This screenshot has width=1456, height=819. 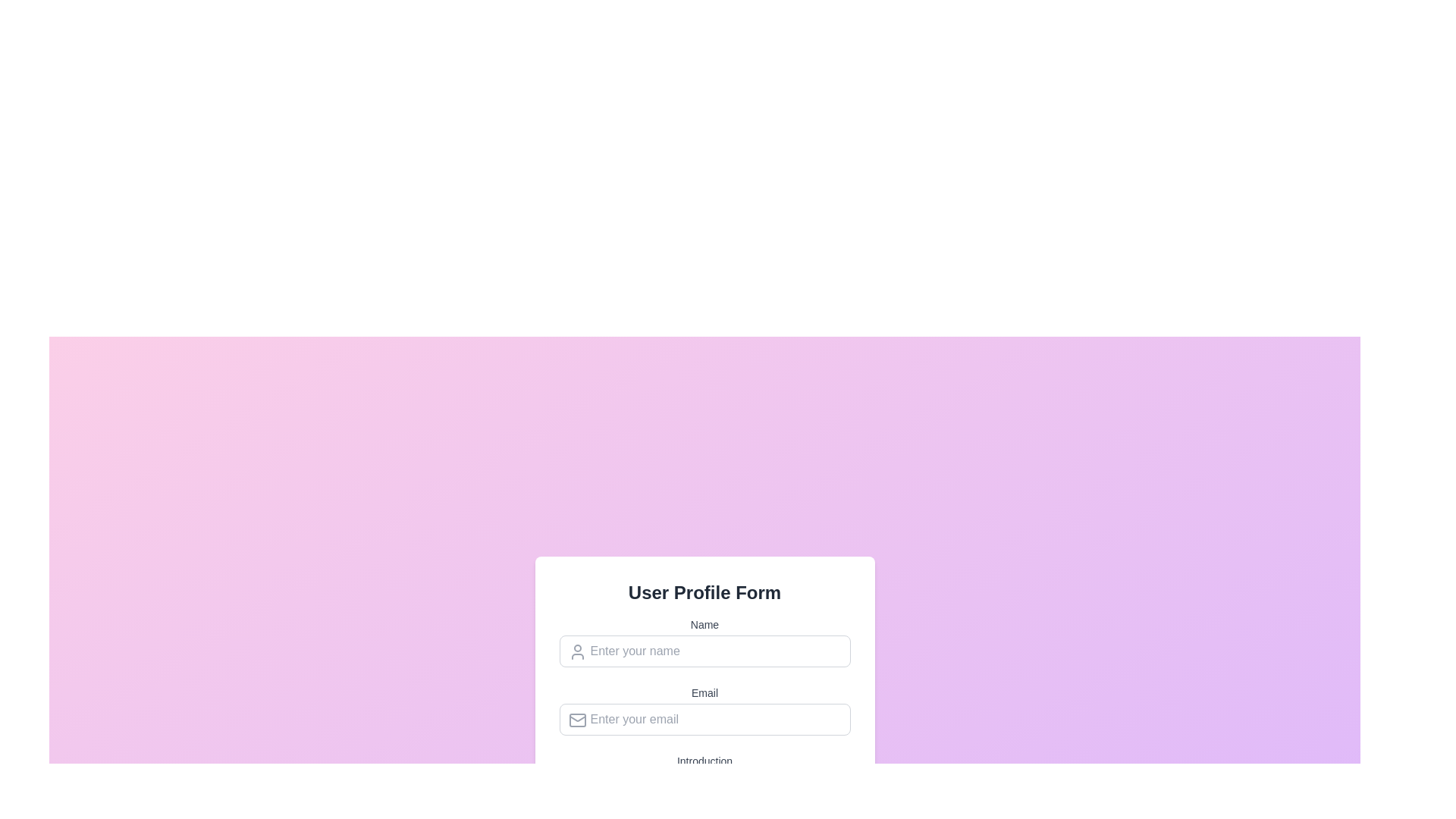 I want to click on the Decorative Icon that signifies the email input field, located to the left of the email input box, so click(x=576, y=719).